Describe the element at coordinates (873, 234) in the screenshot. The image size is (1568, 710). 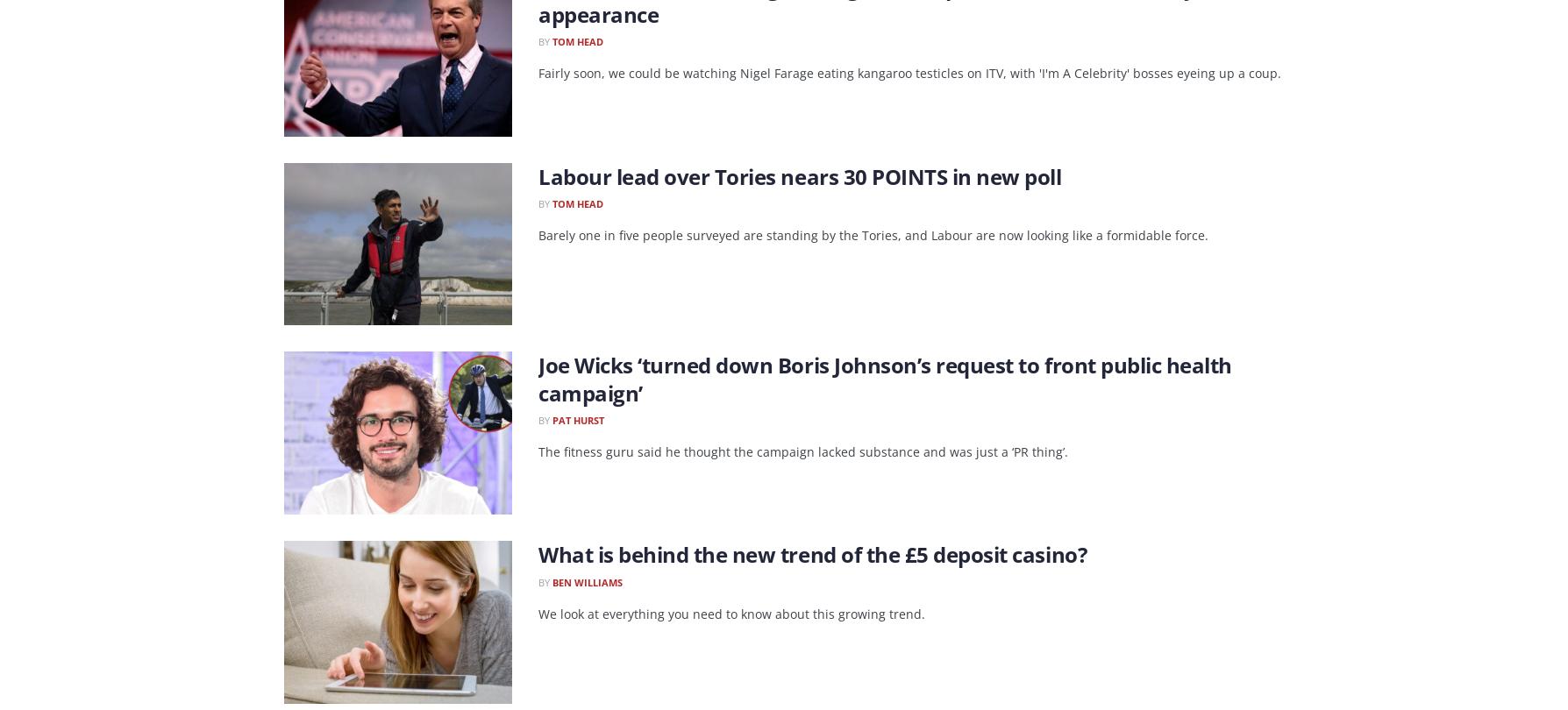
I see `'Barely one in five people surveyed are standing by the Tories, and Labour are now looking like a formidable force.'` at that location.